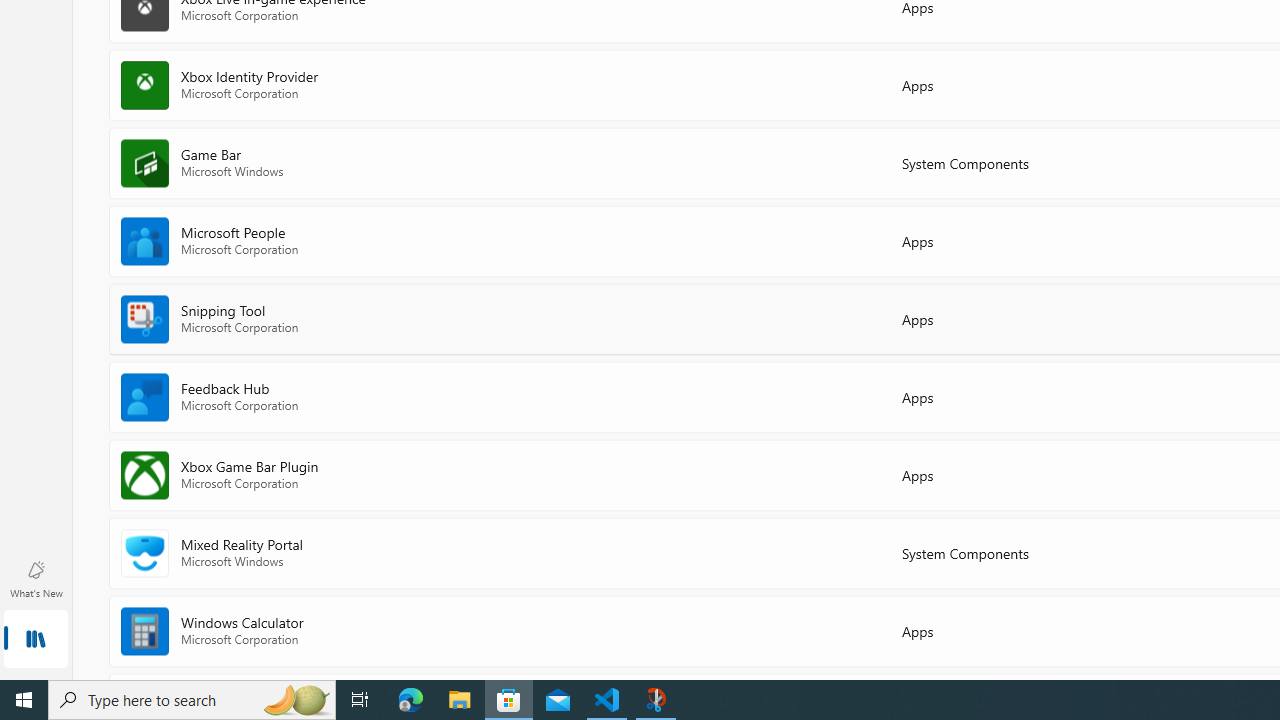  I want to click on 'Library', so click(35, 640).